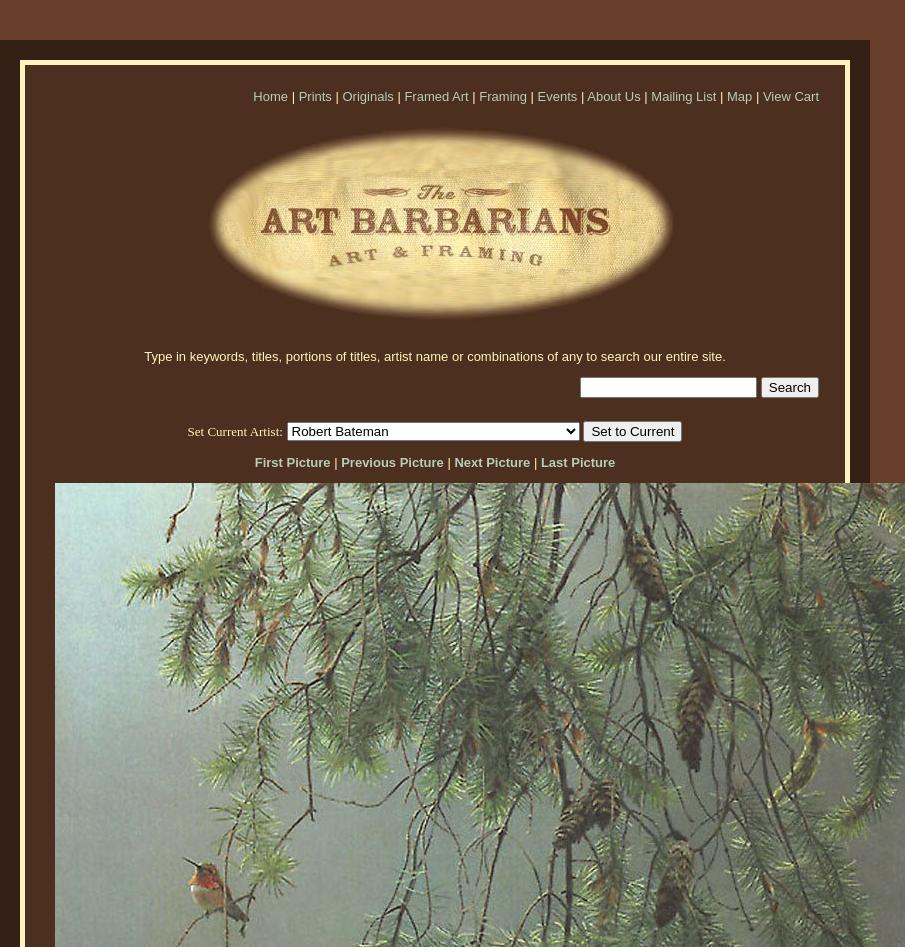 The width and height of the screenshot is (905, 947). What do you see at coordinates (435, 95) in the screenshot?
I see `'Framed Art'` at bounding box center [435, 95].